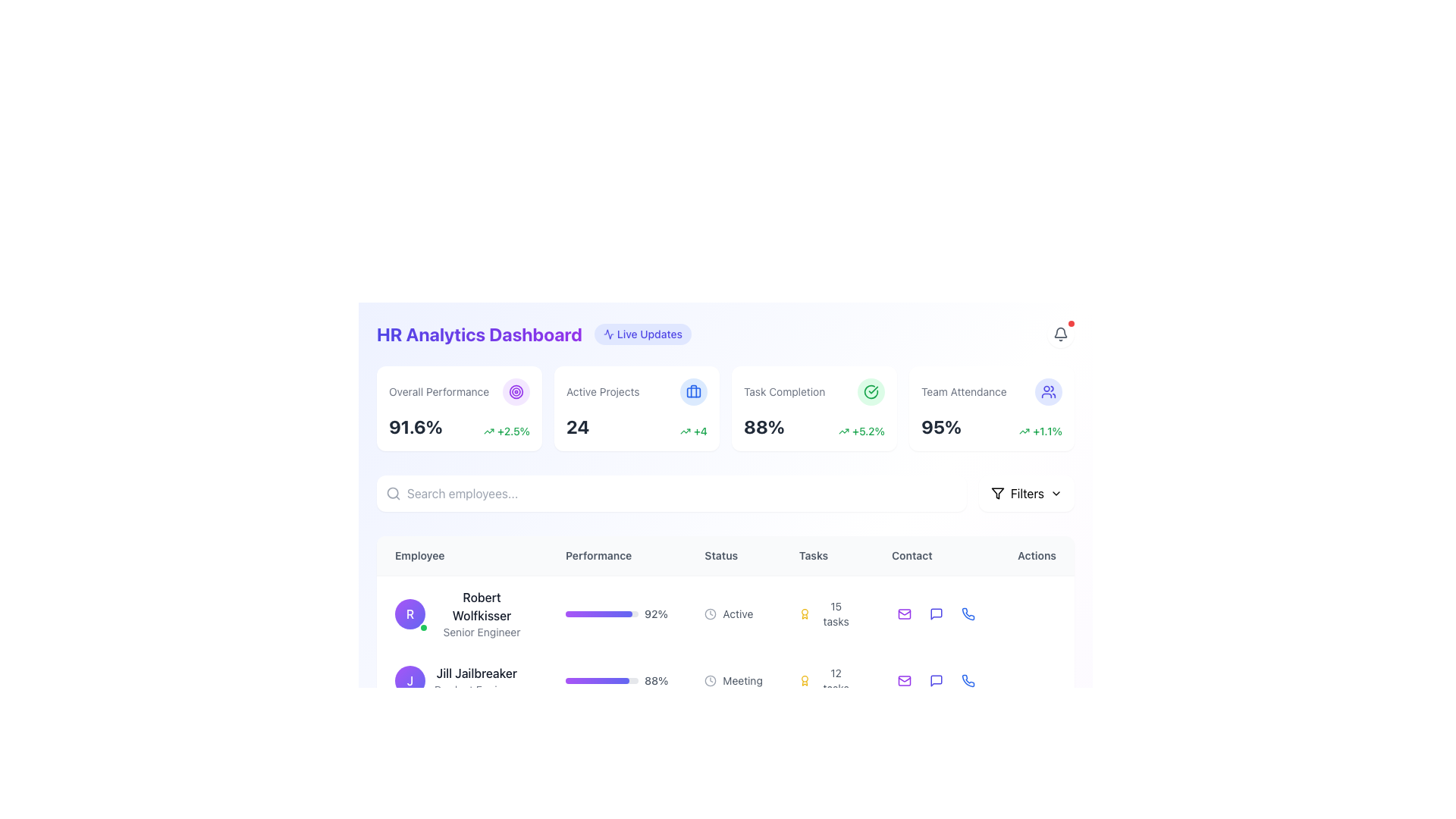 This screenshot has width=1456, height=819. I want to click on the status label of the HR Analytics Dashboard, which serves as a title and status indicator for the dashboard, so click(534, 333).